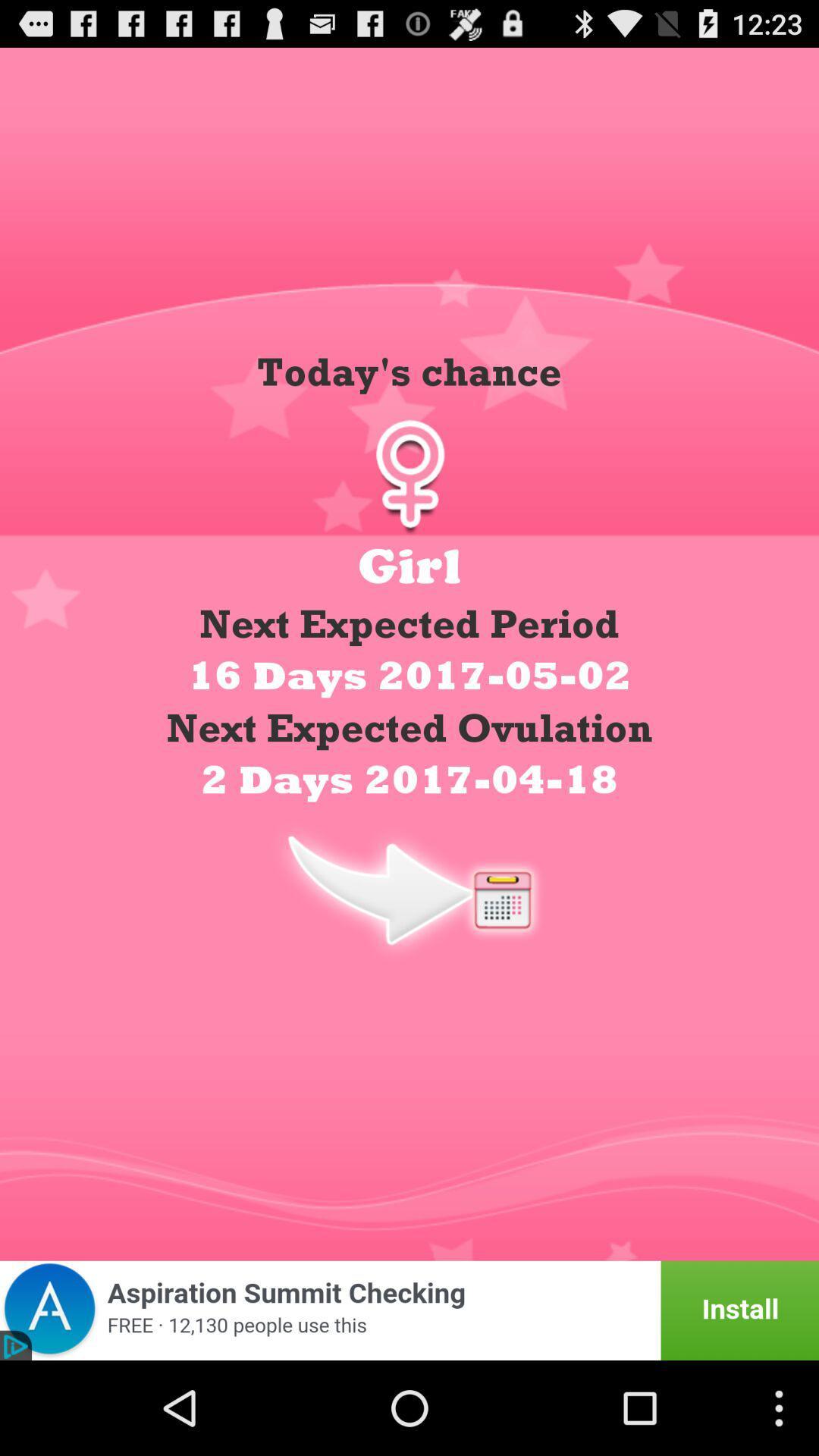 The height and width of the screenshot is (1456, 819). What do you see at coordinates (409, 1310) in the screenshot?
I see `for advertisement` at bounding box center [409, 1310].